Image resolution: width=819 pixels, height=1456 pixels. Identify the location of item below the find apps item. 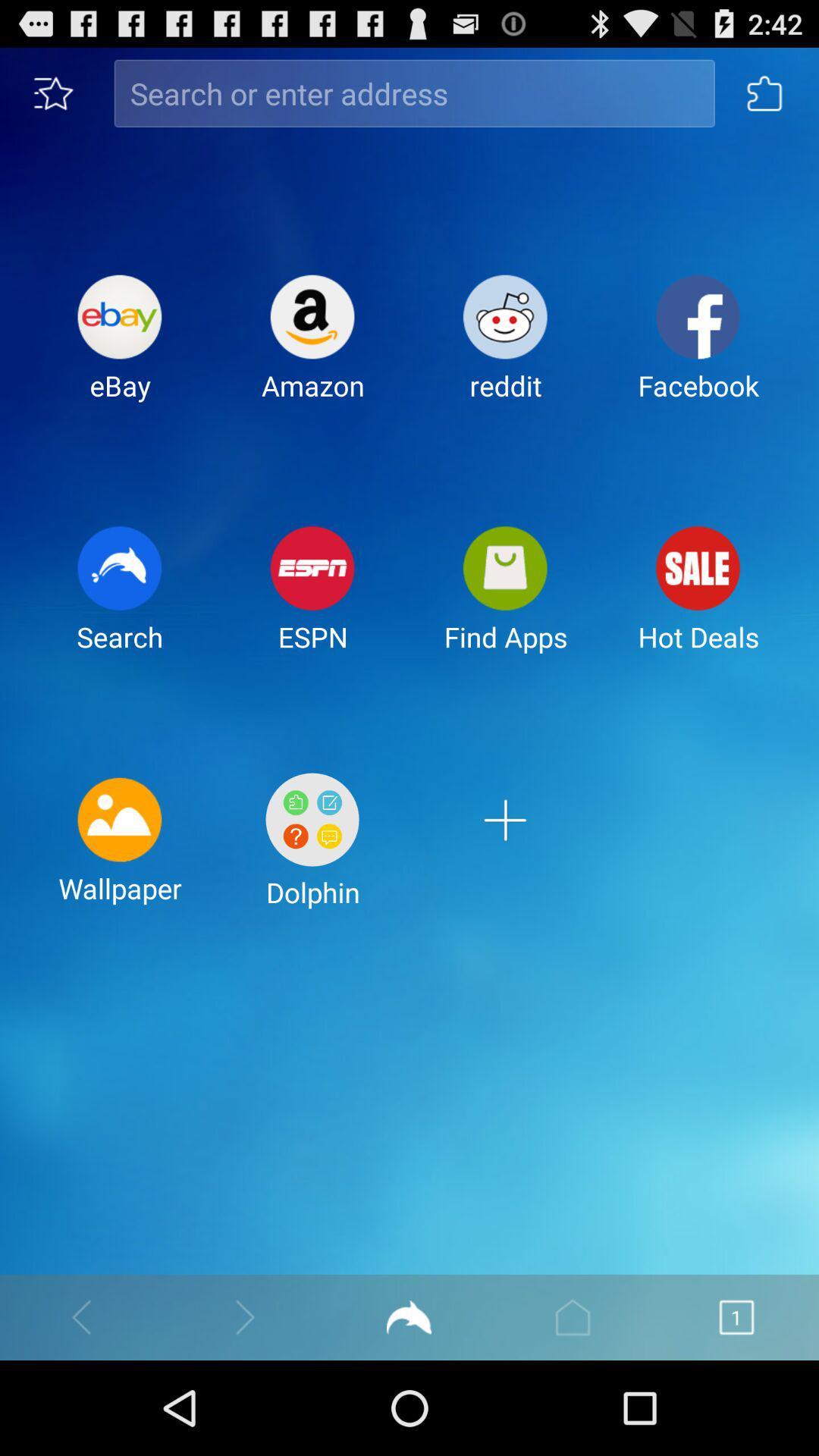
(505, 852).